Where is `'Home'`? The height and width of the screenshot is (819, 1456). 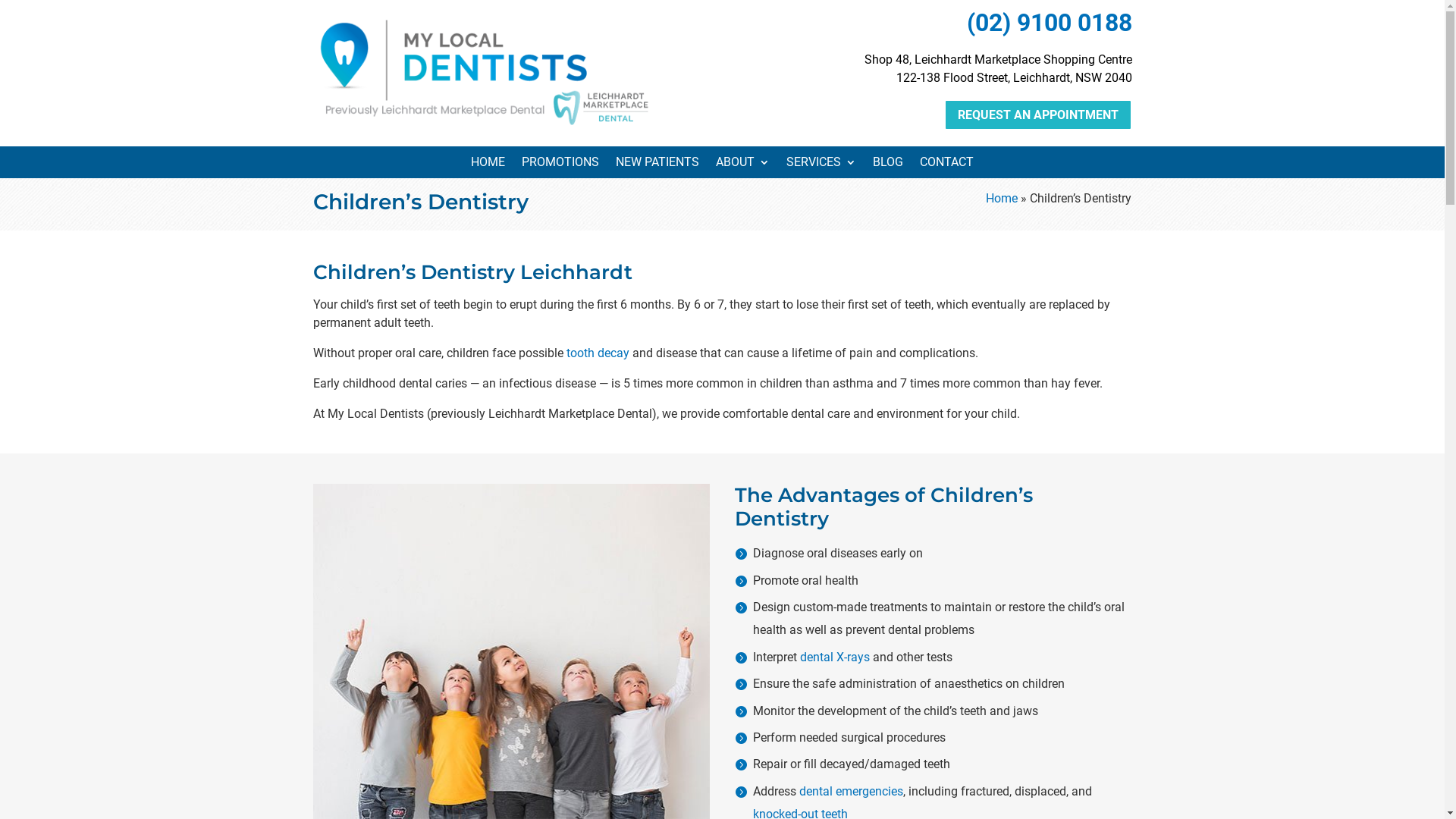 'Home' is located at coordinates (1001, 197).